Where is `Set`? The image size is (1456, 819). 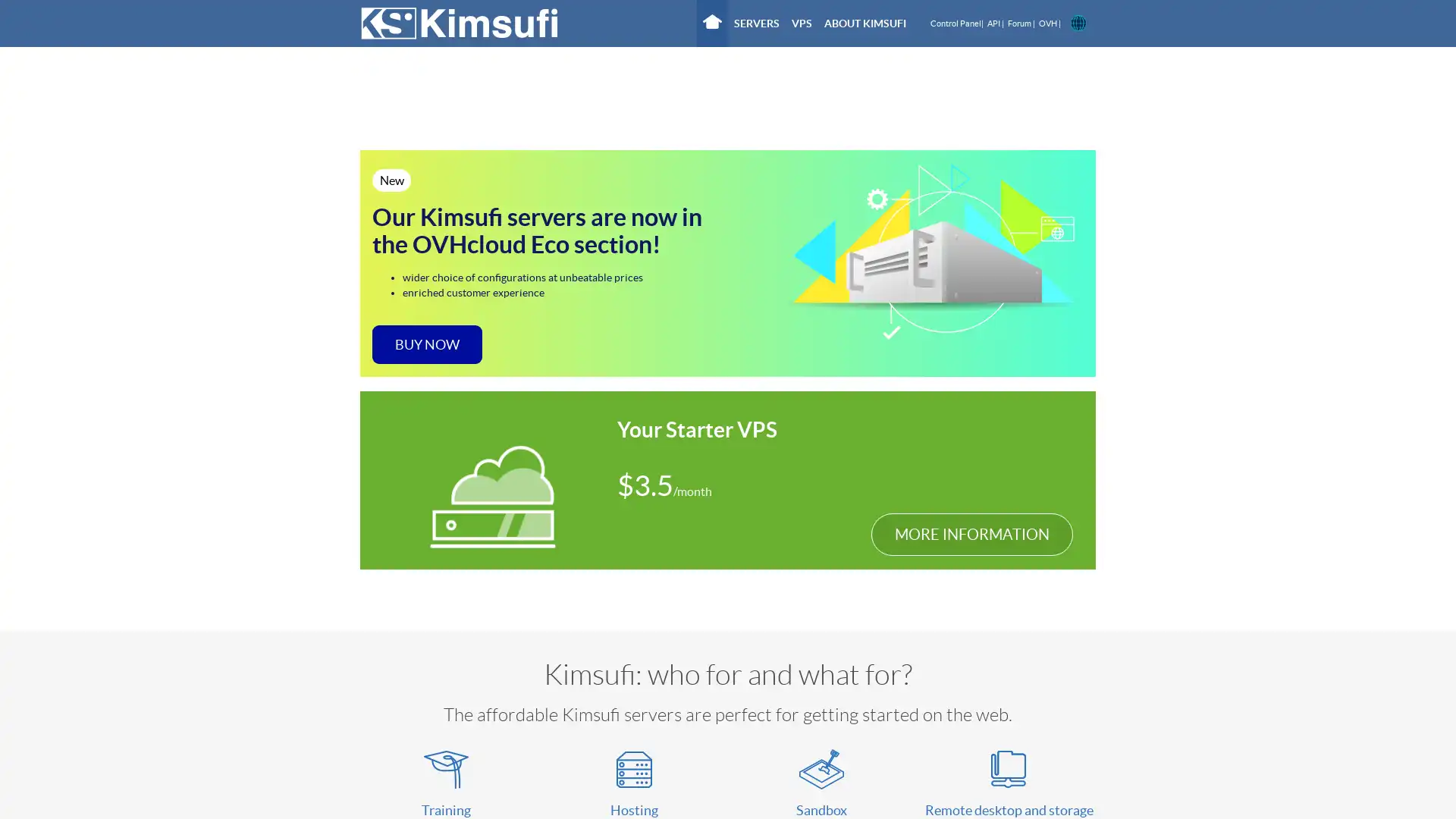 Set is located at coordinates (910, 374).